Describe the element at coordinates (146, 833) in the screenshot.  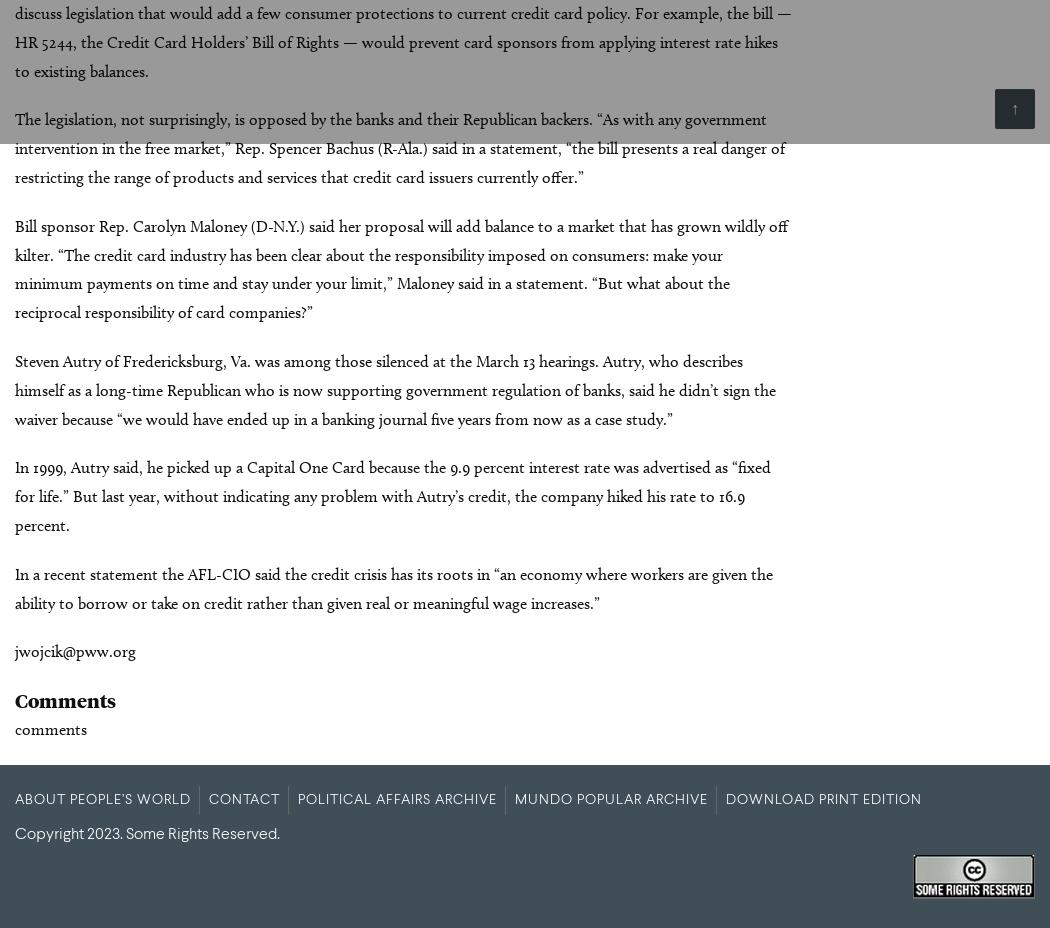
I see `'Copyright 2023. Some Rights Reserved.'` at that location.